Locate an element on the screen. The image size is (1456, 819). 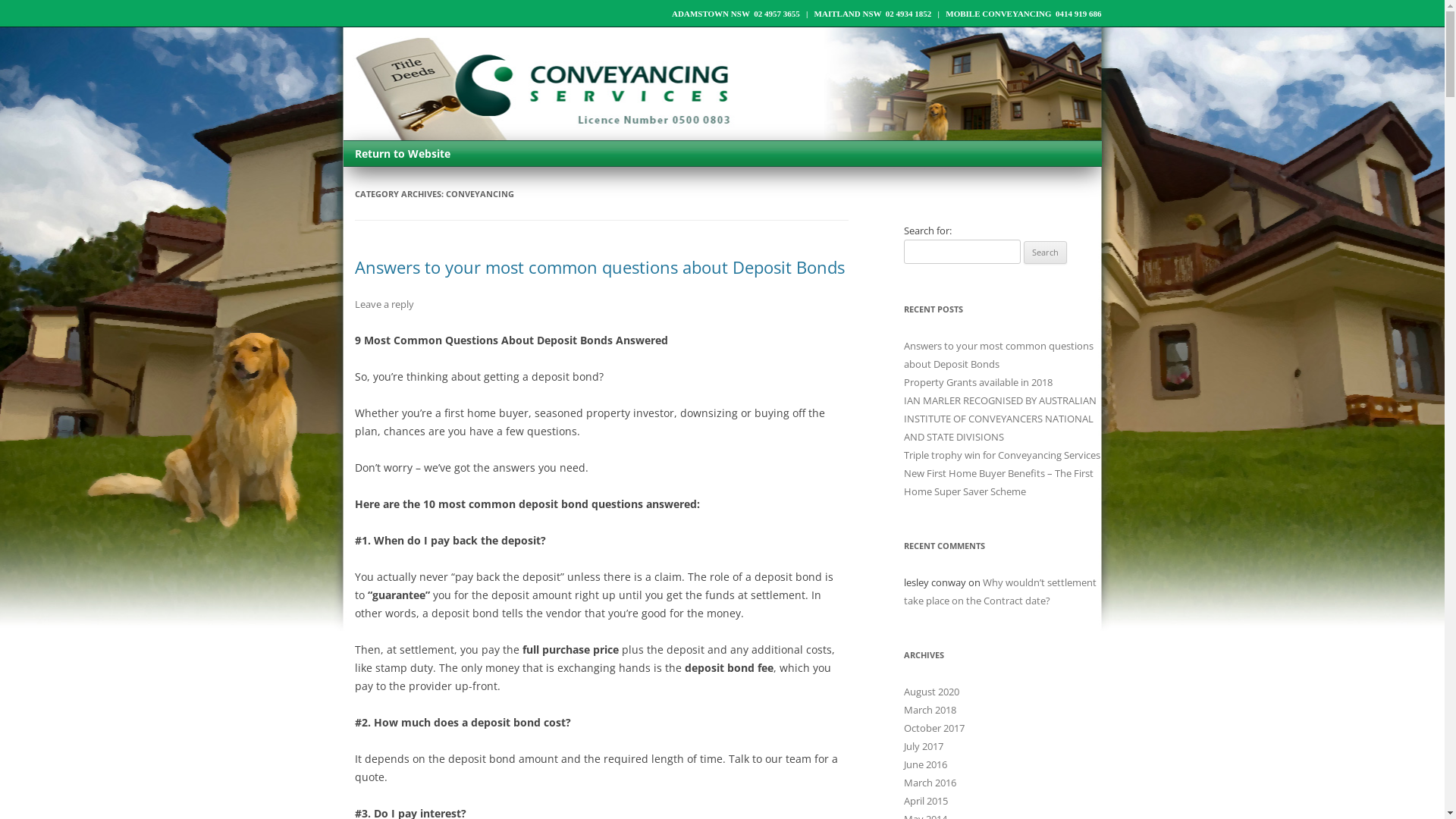
'March 2018' is located at coordinates (929, 710).